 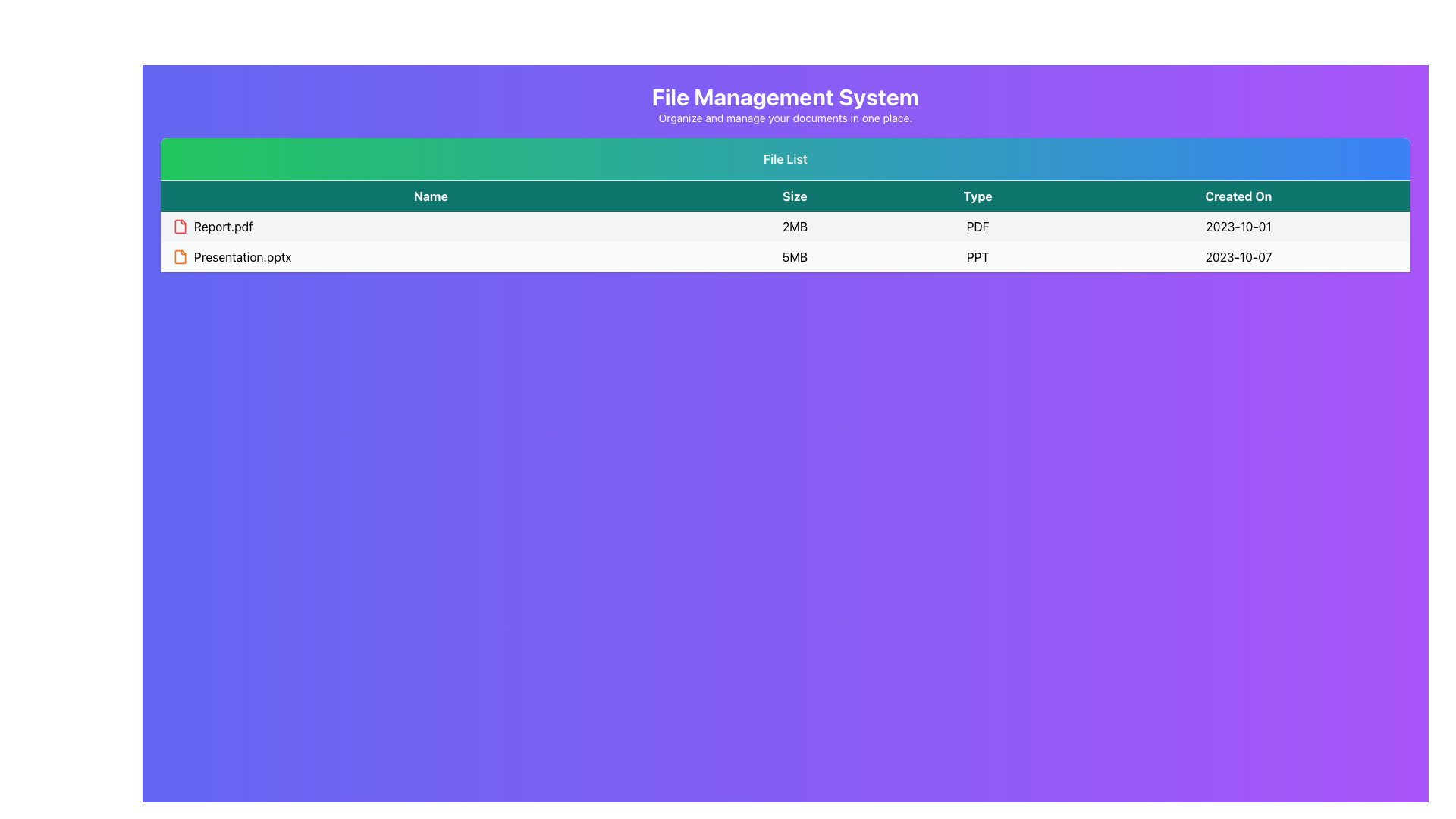 I want to click on the text label indicating the file type in the 'Type' column of the first row in the 'File List' table, positioned after the '2MB' label and before the '2023-10-01' label, so click(x=977, y=227).